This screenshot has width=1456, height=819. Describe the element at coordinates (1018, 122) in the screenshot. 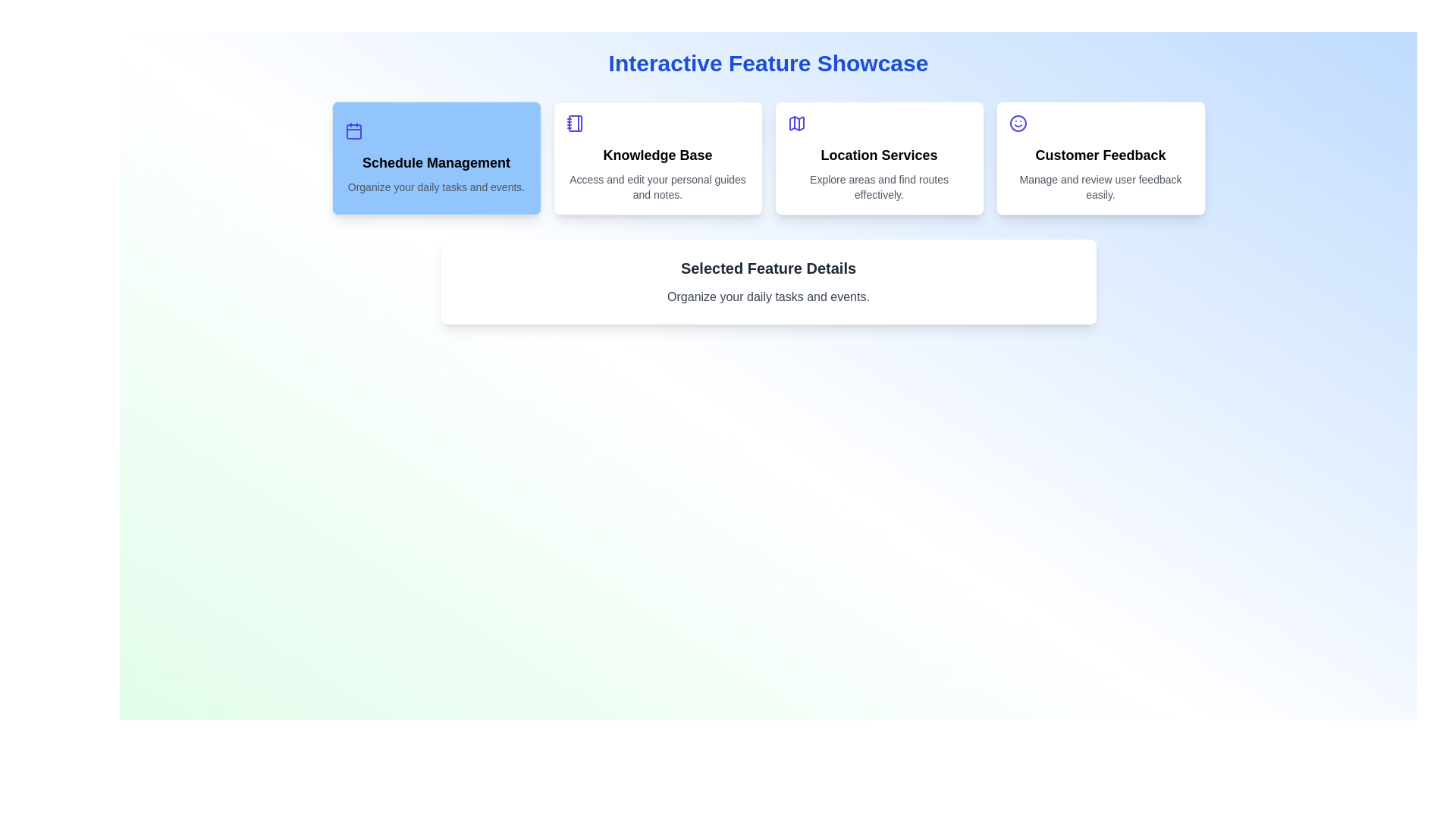

I see `the circular icon featuring a simplistic smiling face with two small eyes and a curved mouth, drawn in blue, located at the top right corner of the third card labeled 'Customer Feedback'` at that location.